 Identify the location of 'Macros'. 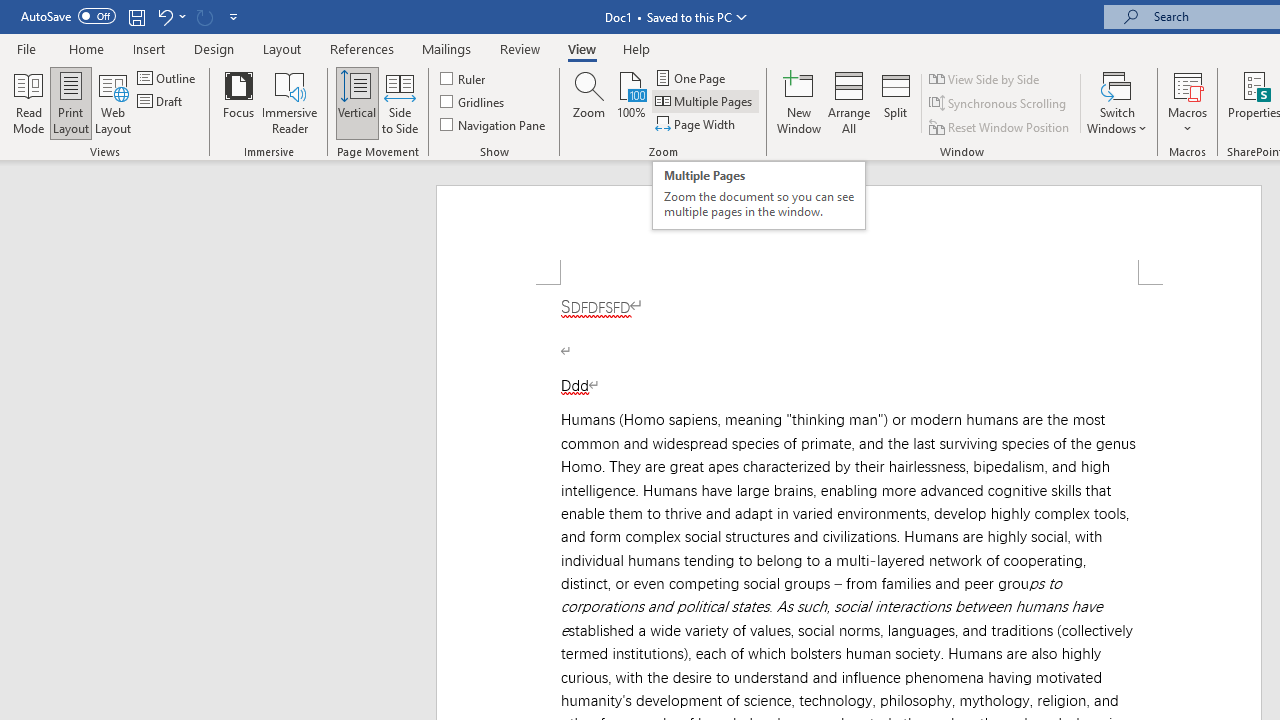
(1187, 103).